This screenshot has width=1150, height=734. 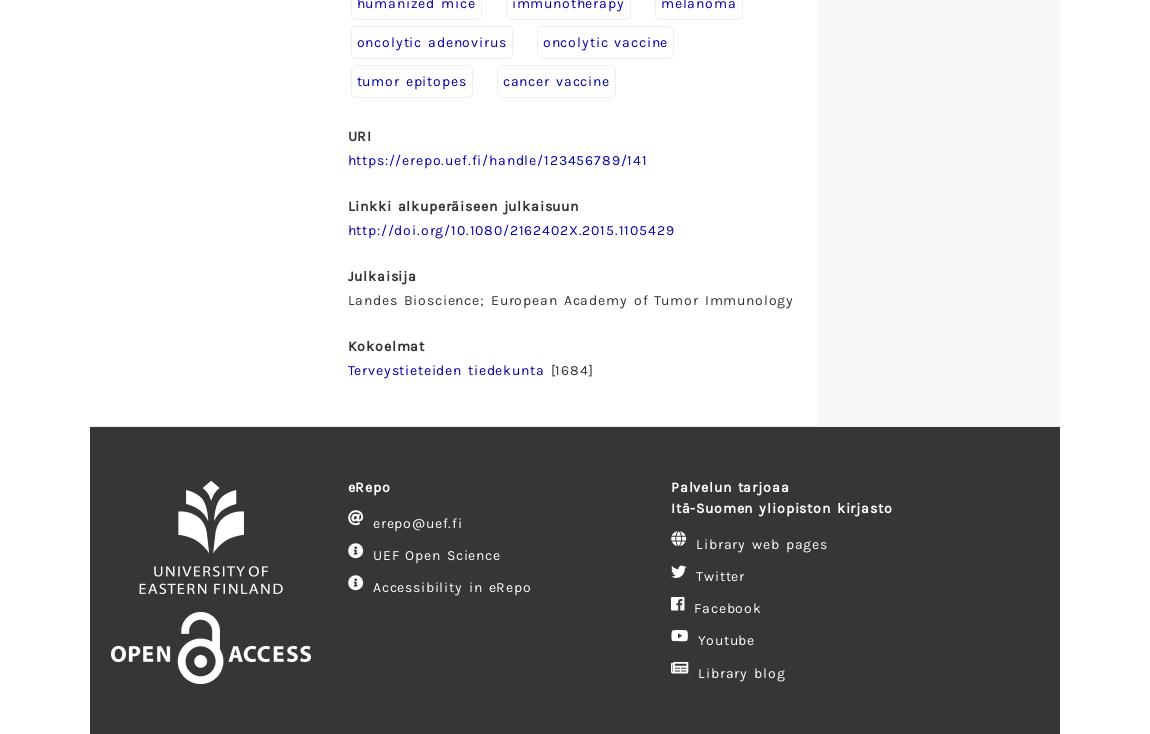 I want to click on 'eRepo', so click(x=368, y=486).